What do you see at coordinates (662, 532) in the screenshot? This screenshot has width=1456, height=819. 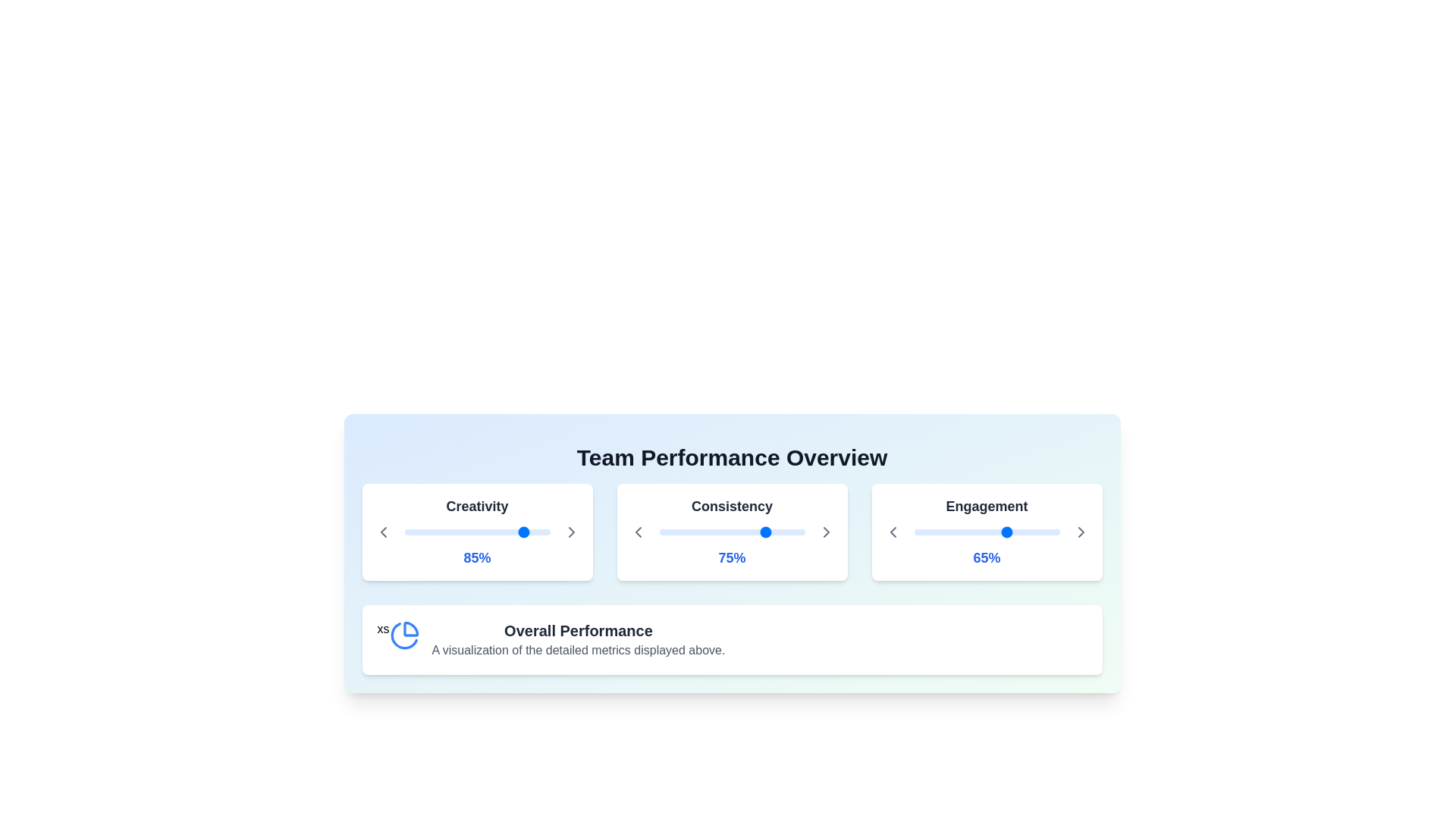 I see `the consistency score` at bounding box center [662, 532].